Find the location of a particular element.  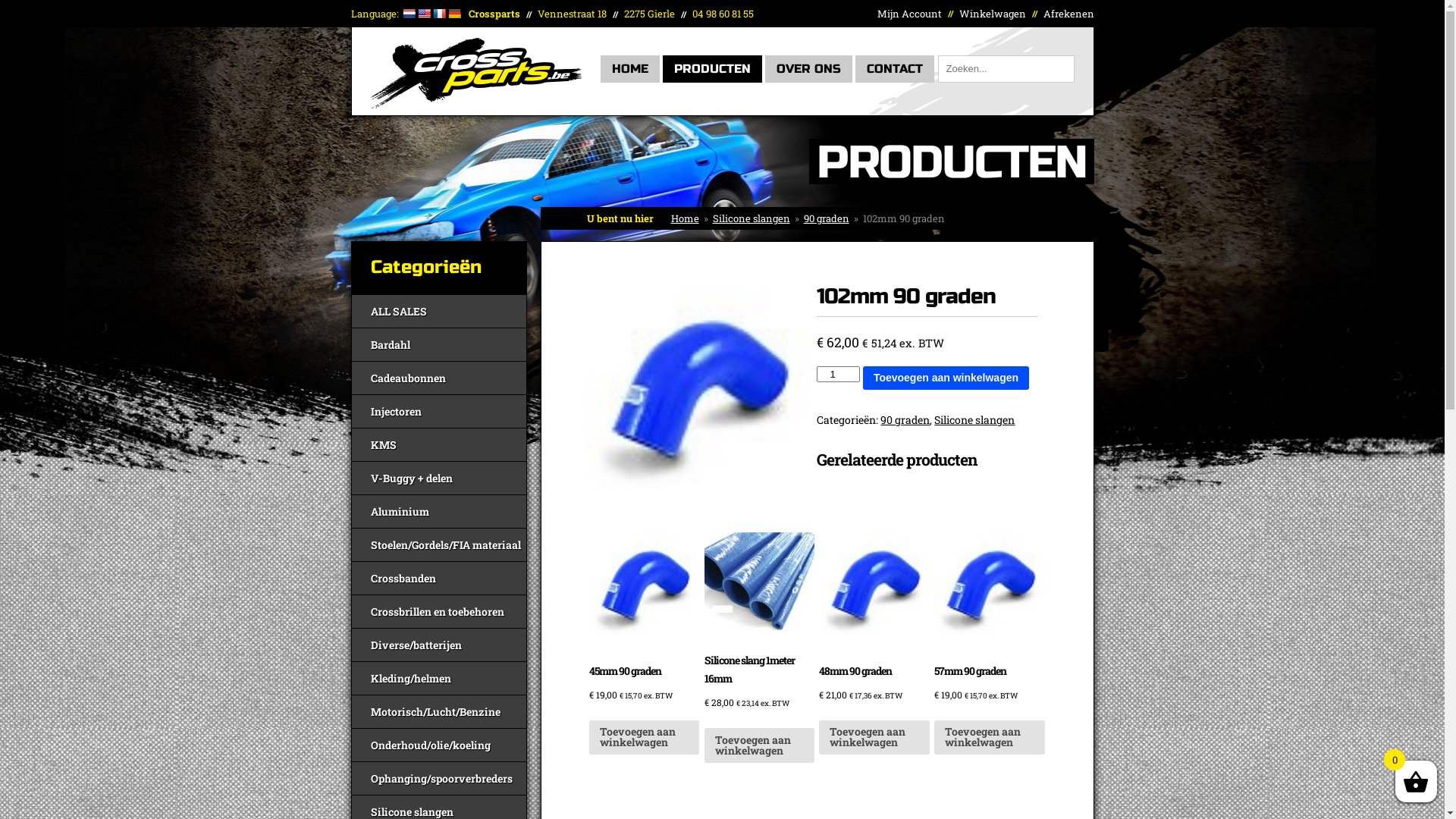

'V-Buggy + delen' is located at coordinates (438, 476).